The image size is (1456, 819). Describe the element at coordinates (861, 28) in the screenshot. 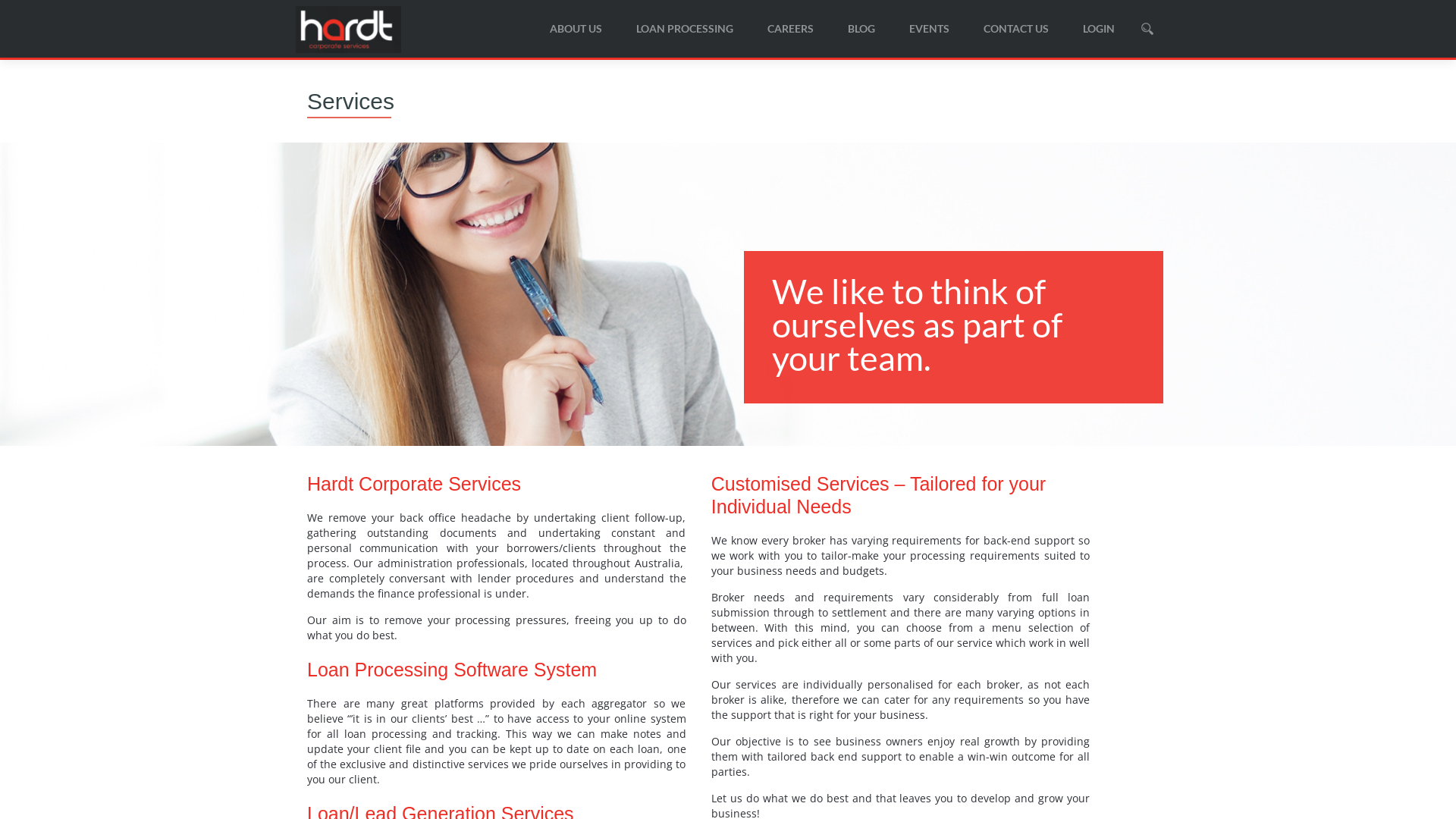

I see `'BLOG'` at that location.